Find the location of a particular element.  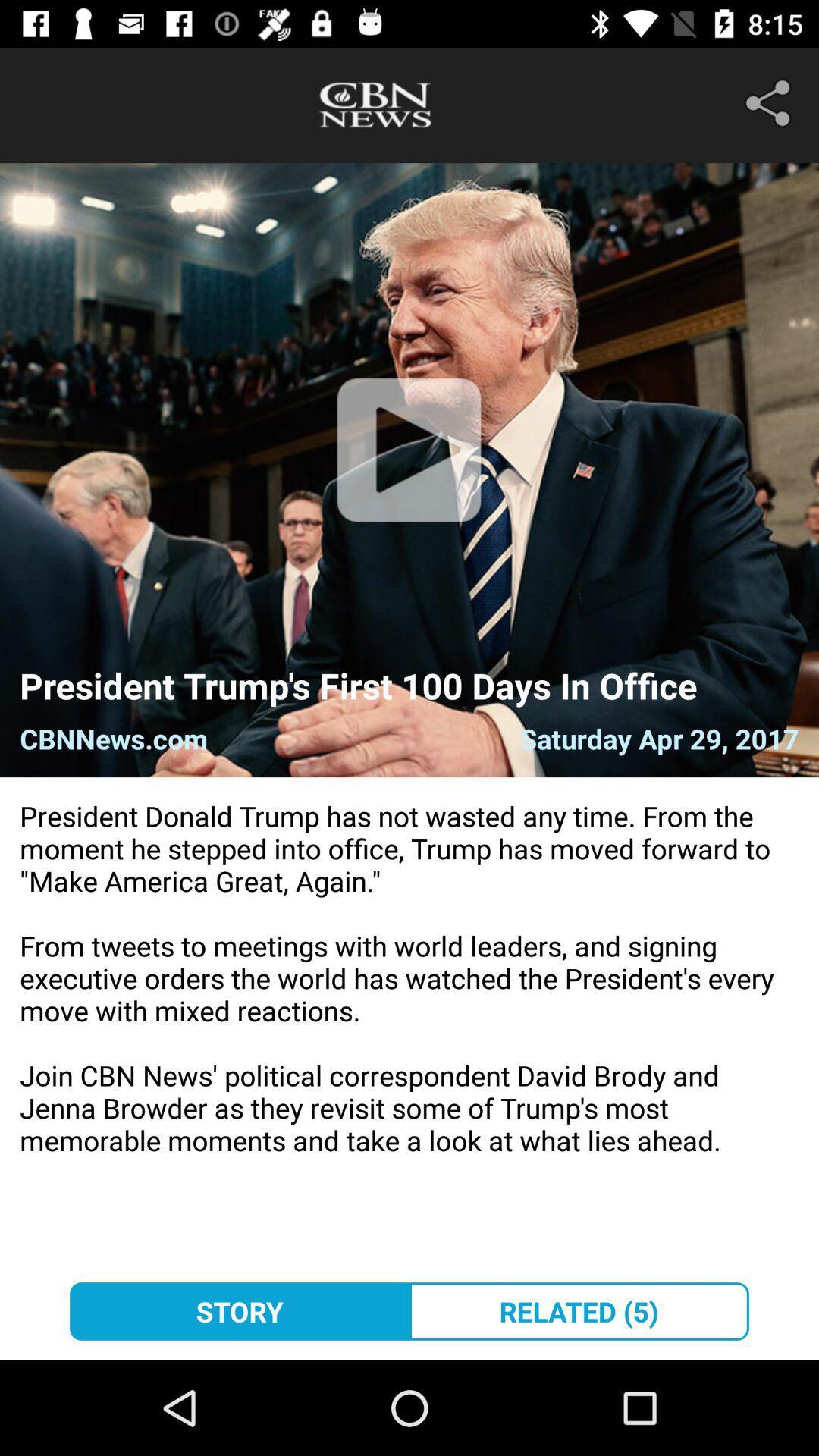

item above president trump s icon is located at coordinates (408, 469).